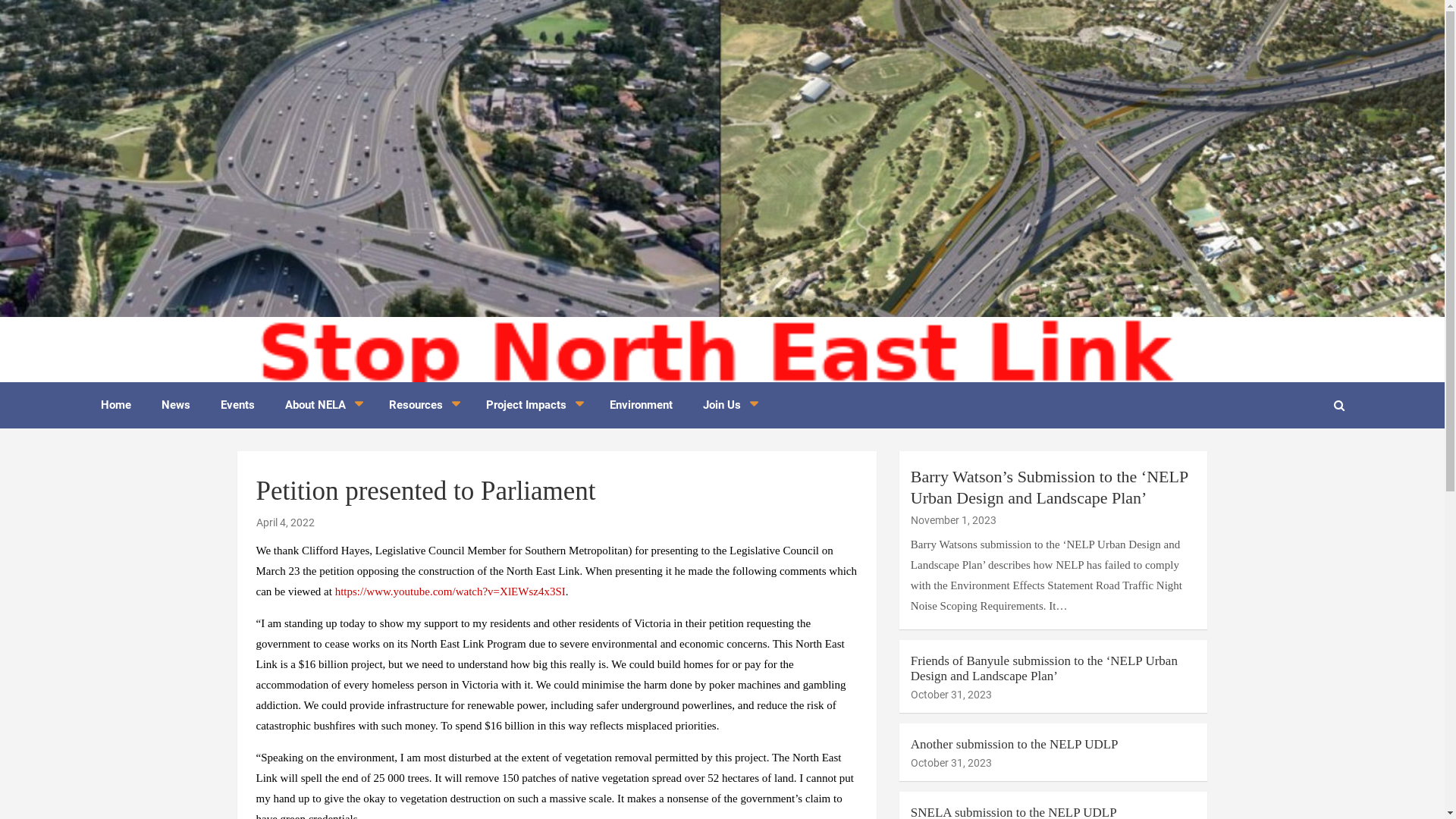  I want to click on 'News', so click(174, 404).